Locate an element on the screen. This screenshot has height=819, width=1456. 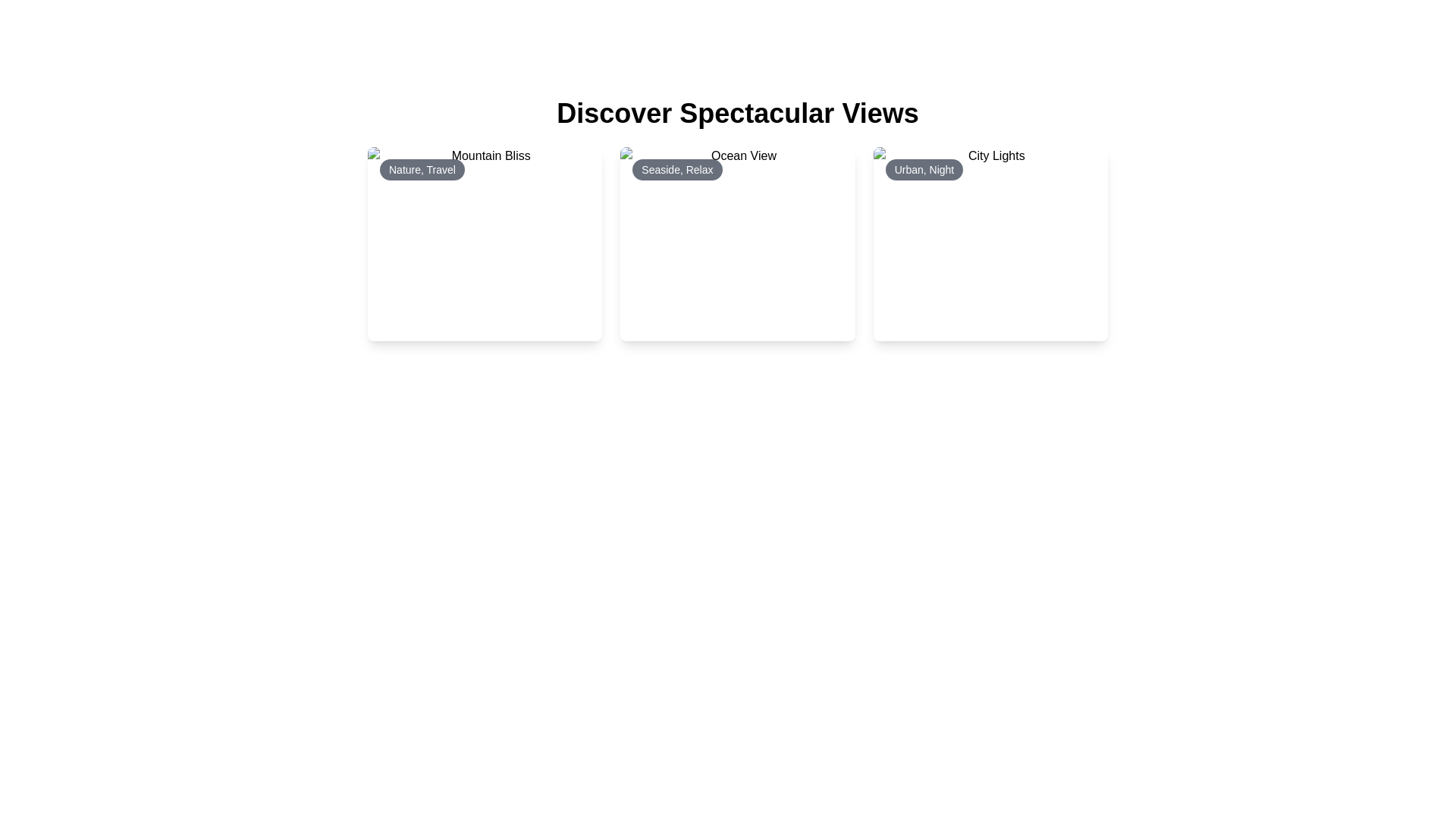
the label that categorizes or adds context to the associated content 'Ocean View', located near the top-left corner of the contained image is located at coordinates (676, 169).